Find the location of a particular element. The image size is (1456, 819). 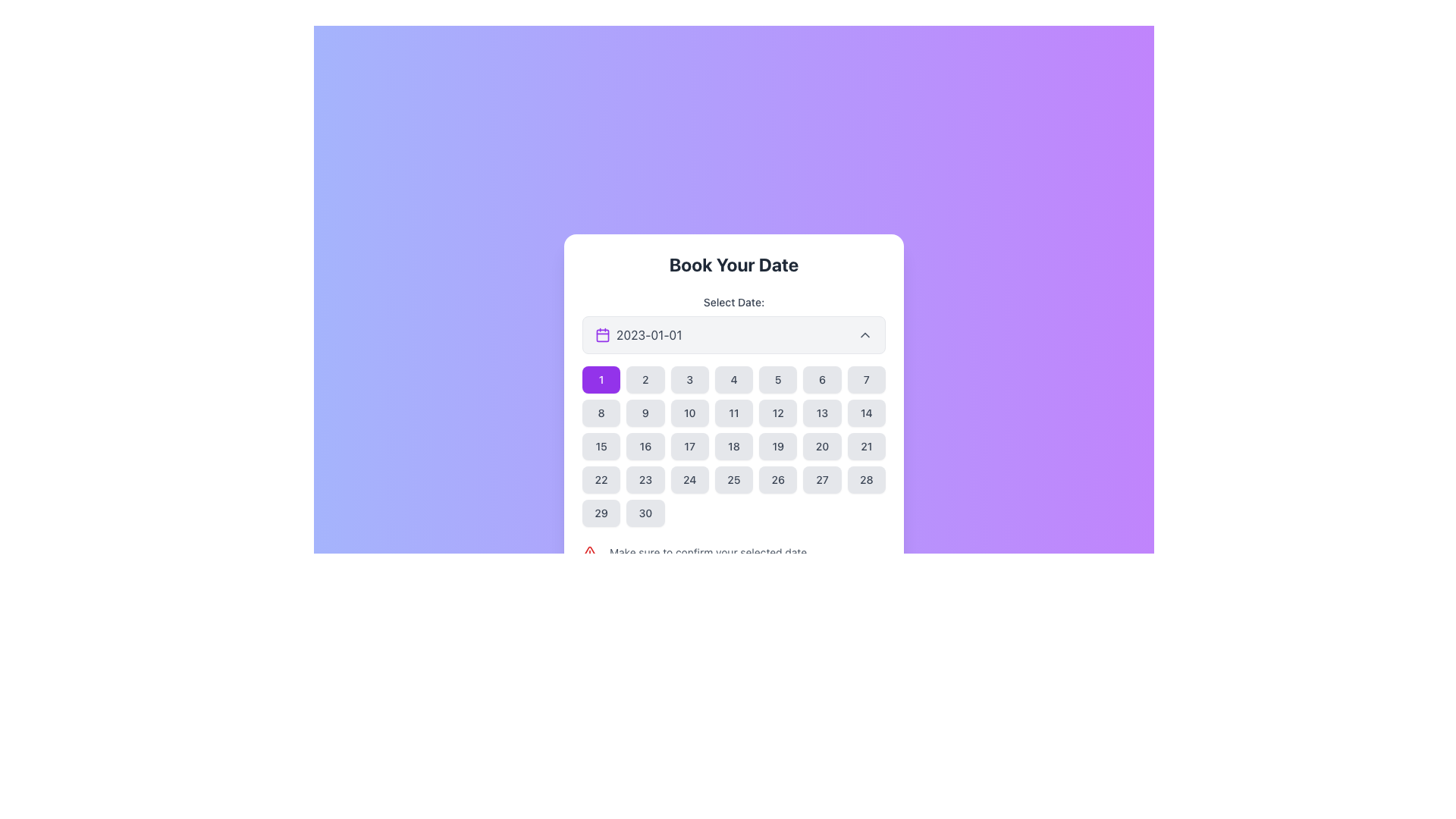

the button representing the first day of the month in the date selection interface is located at coordinates (601, 379).